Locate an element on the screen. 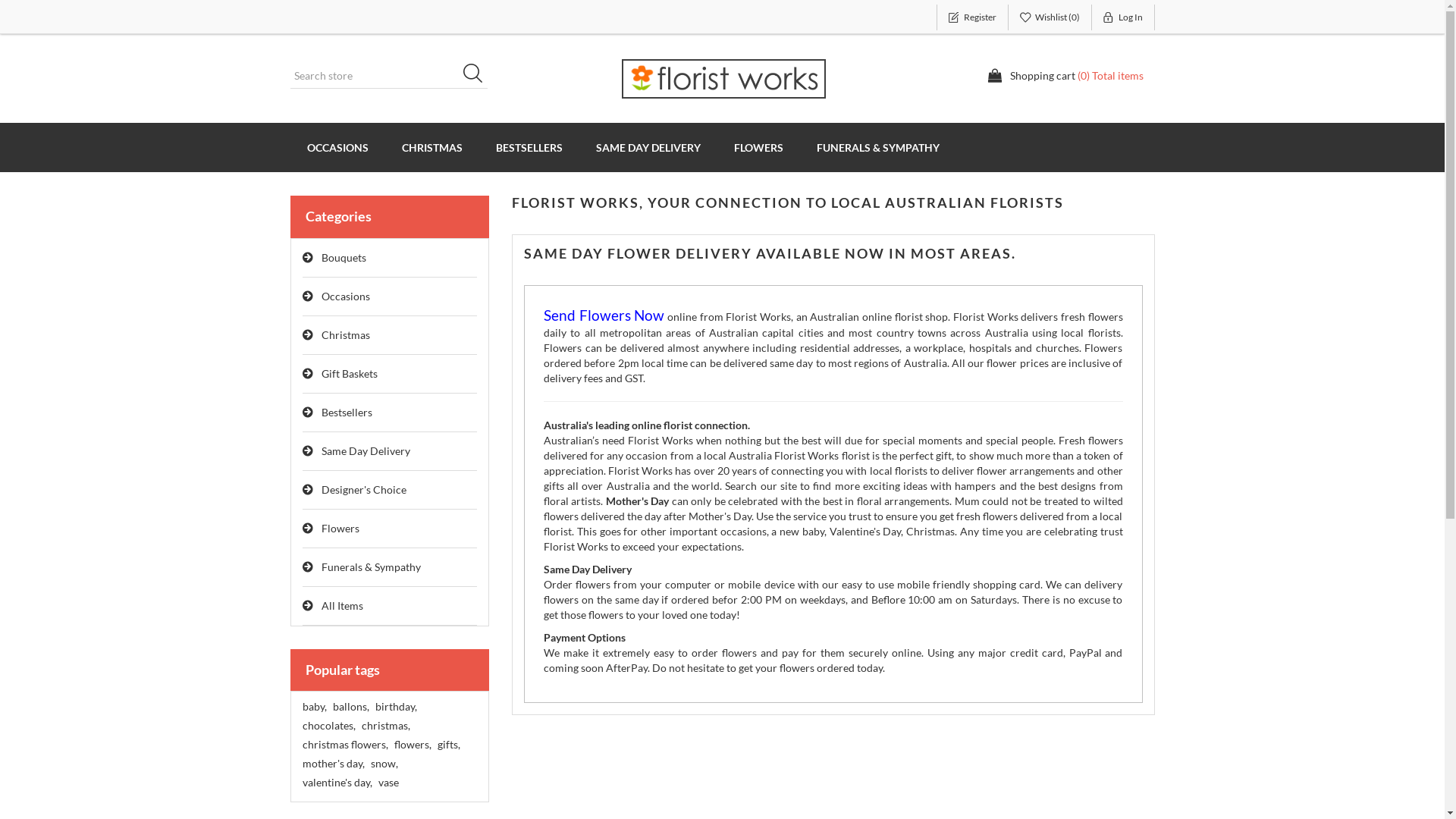 The width and height of the screenshot is (1456, 819). 'valentine's day,' is located at coordinates (336, 783).